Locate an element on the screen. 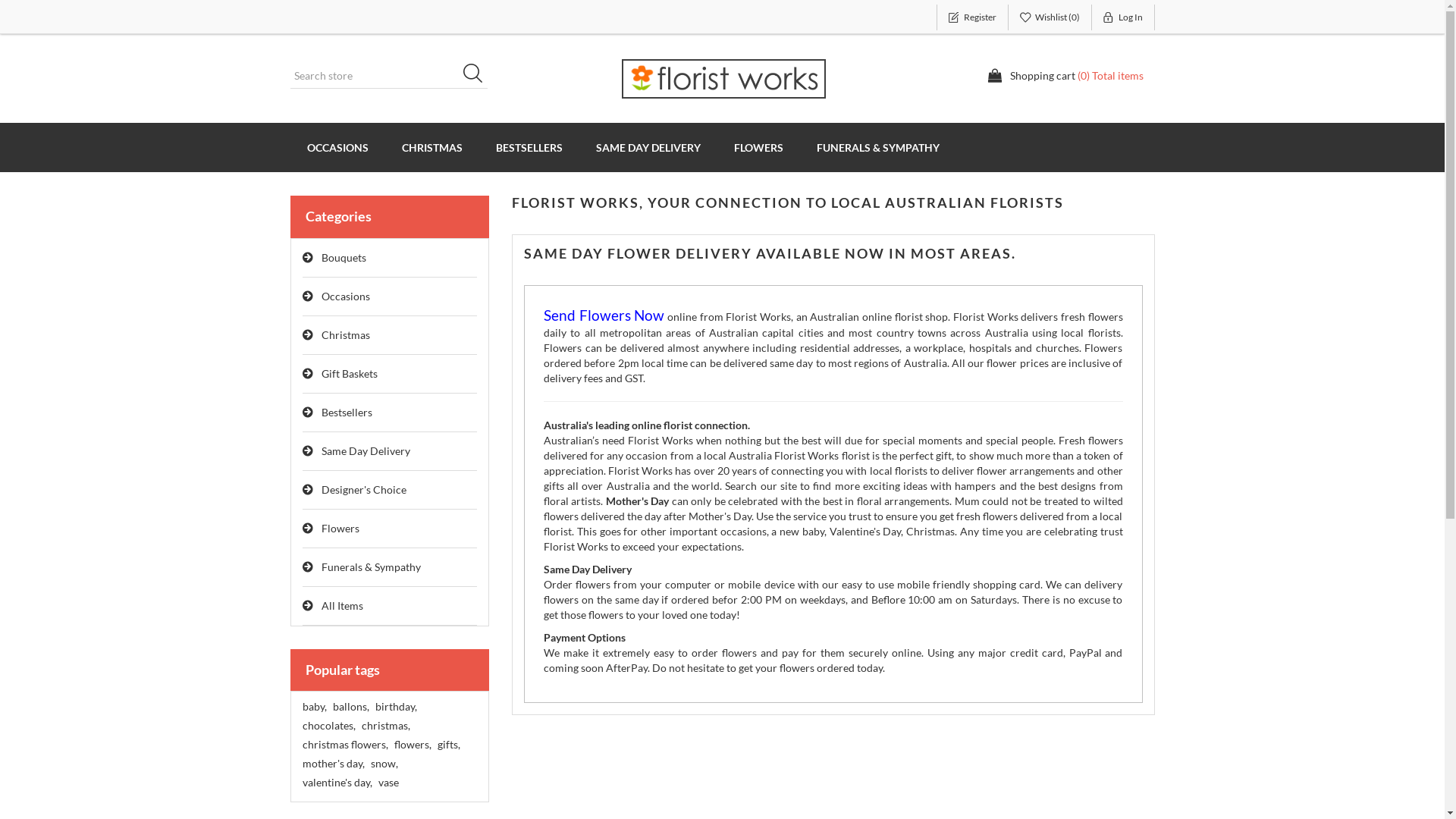 The width and height of the screenshot is (1456, 819). 'valentine's day,' is located at coordinates (336, 783).